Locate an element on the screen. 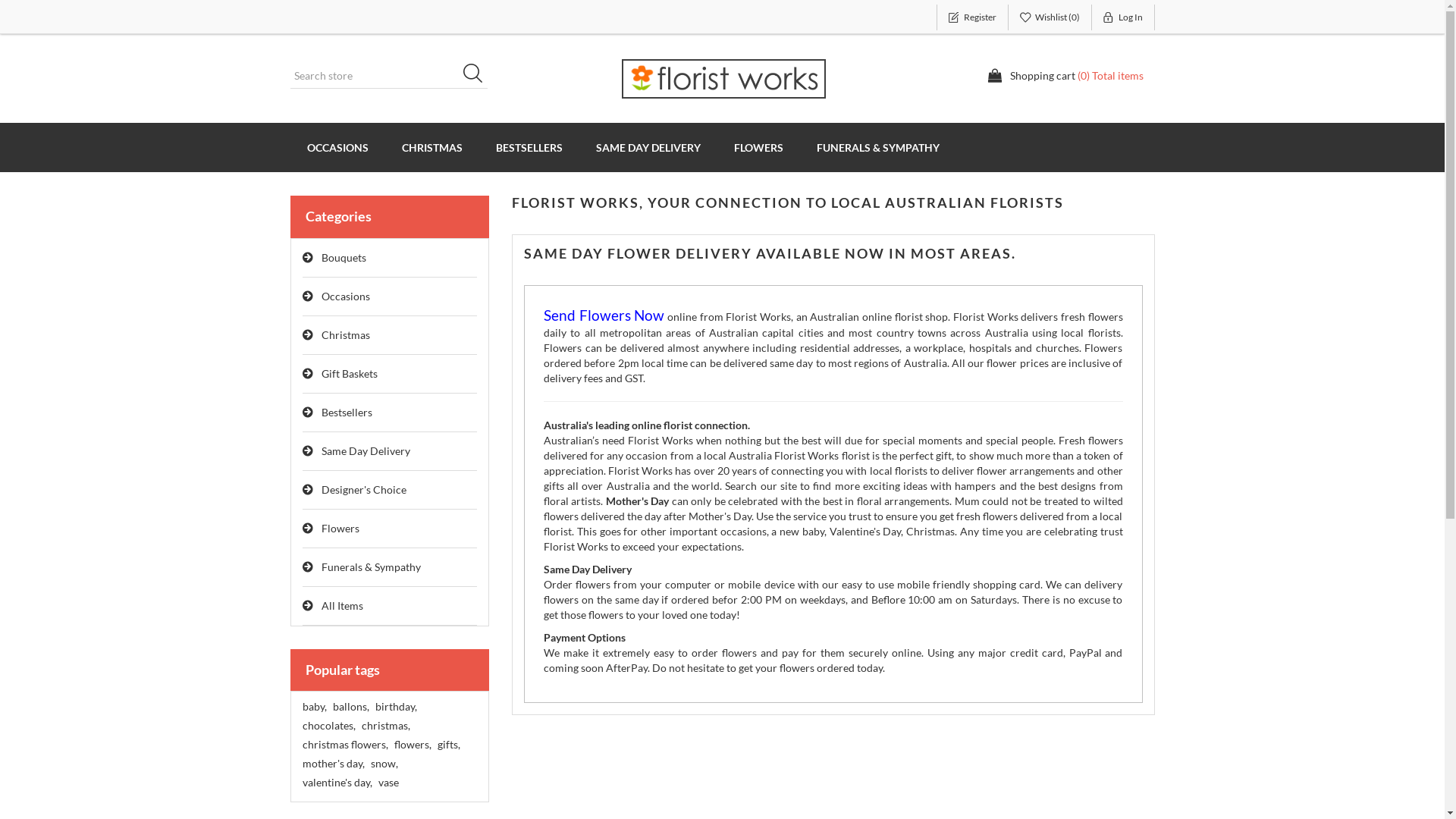 The width and height of the screenshot is (1456, 819). 'valentine's day,' is located at coordinates (336, 783).